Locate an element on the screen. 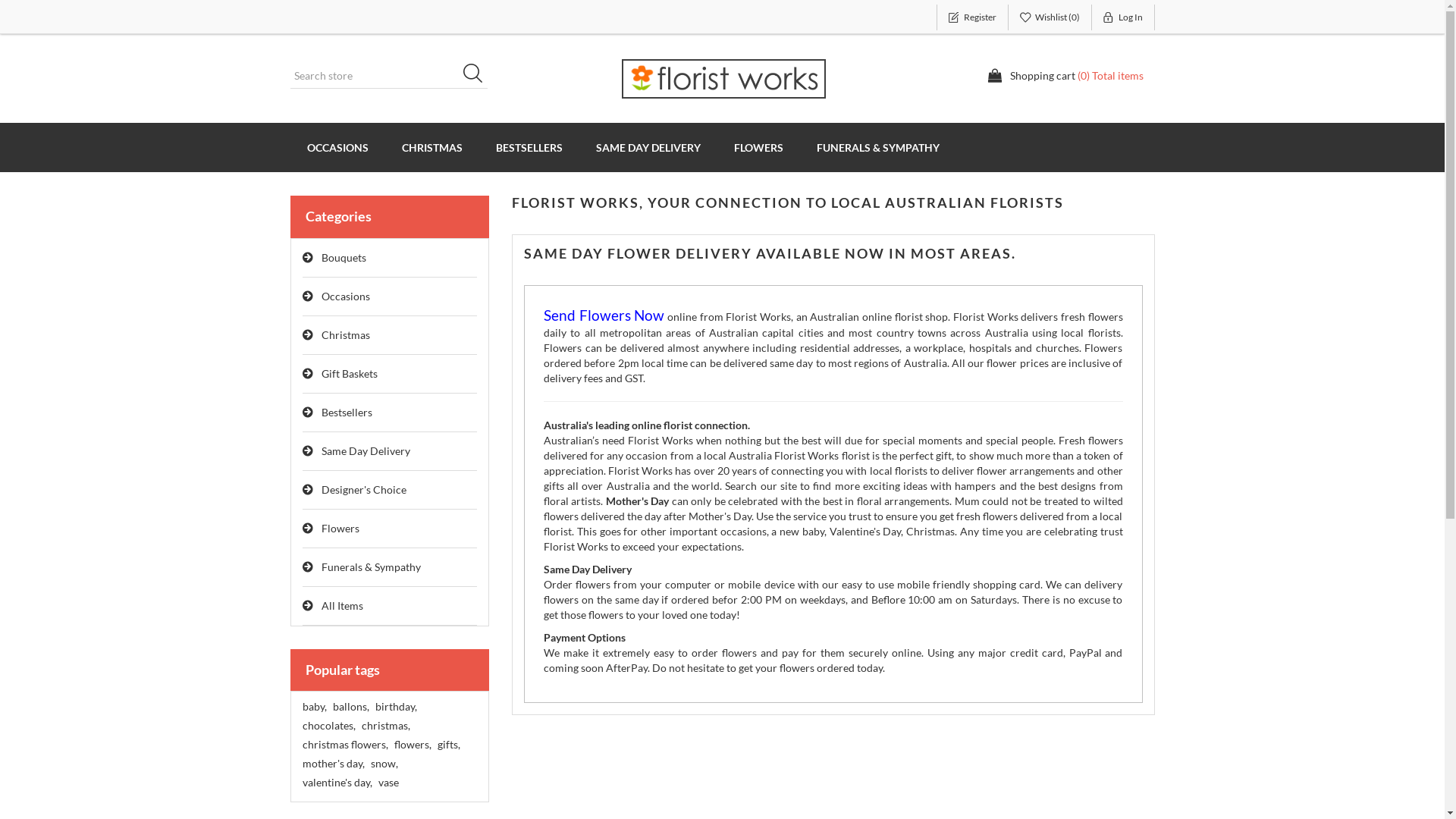 The width and height of the screenshot is (1456, 819). 'valentine's day,' is located at coordinates (336, 783).